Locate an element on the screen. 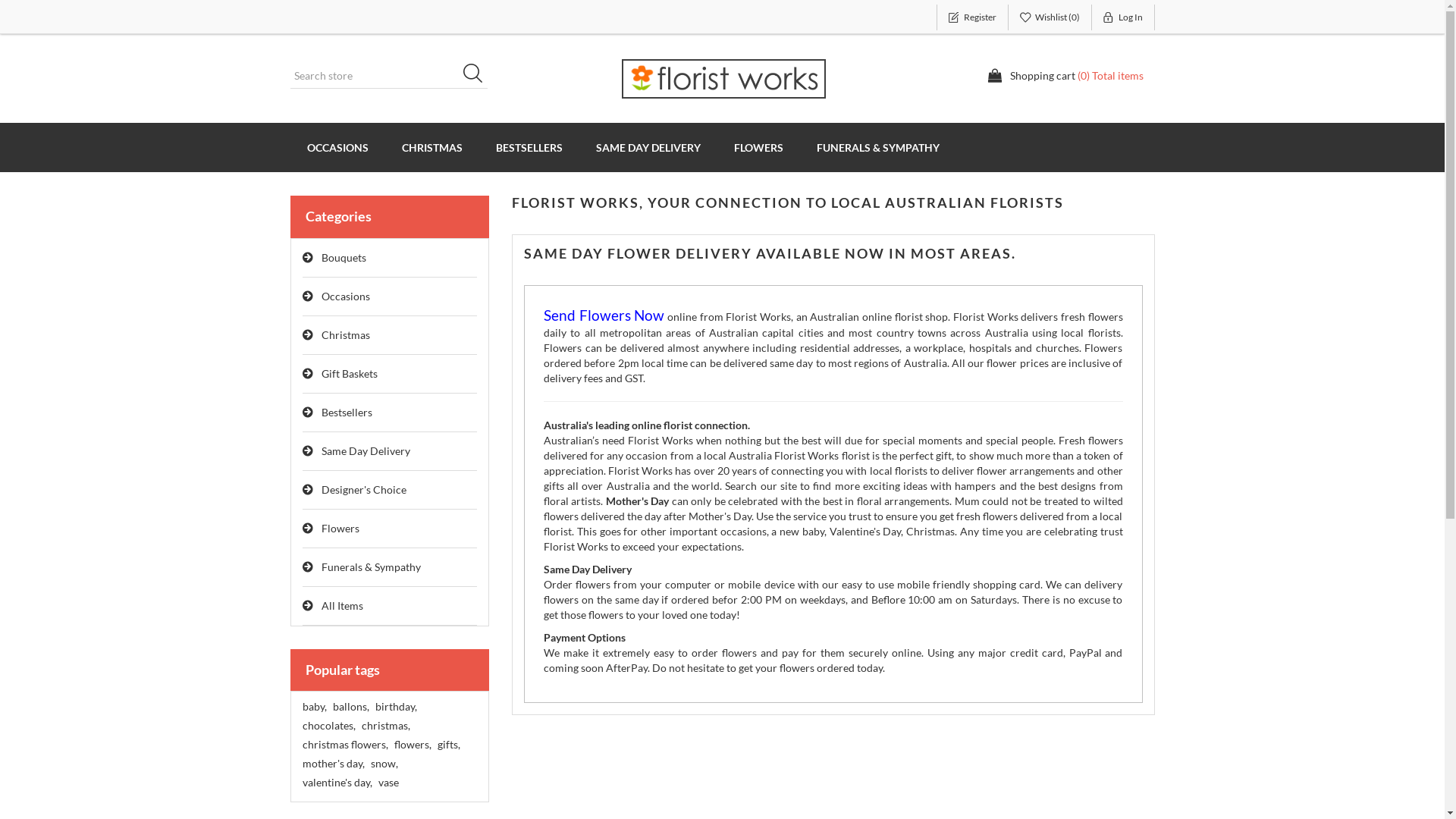 The width and height of the screenshot is (1456, 819). 'valentine's day,' is located at coordinates (336, 783).